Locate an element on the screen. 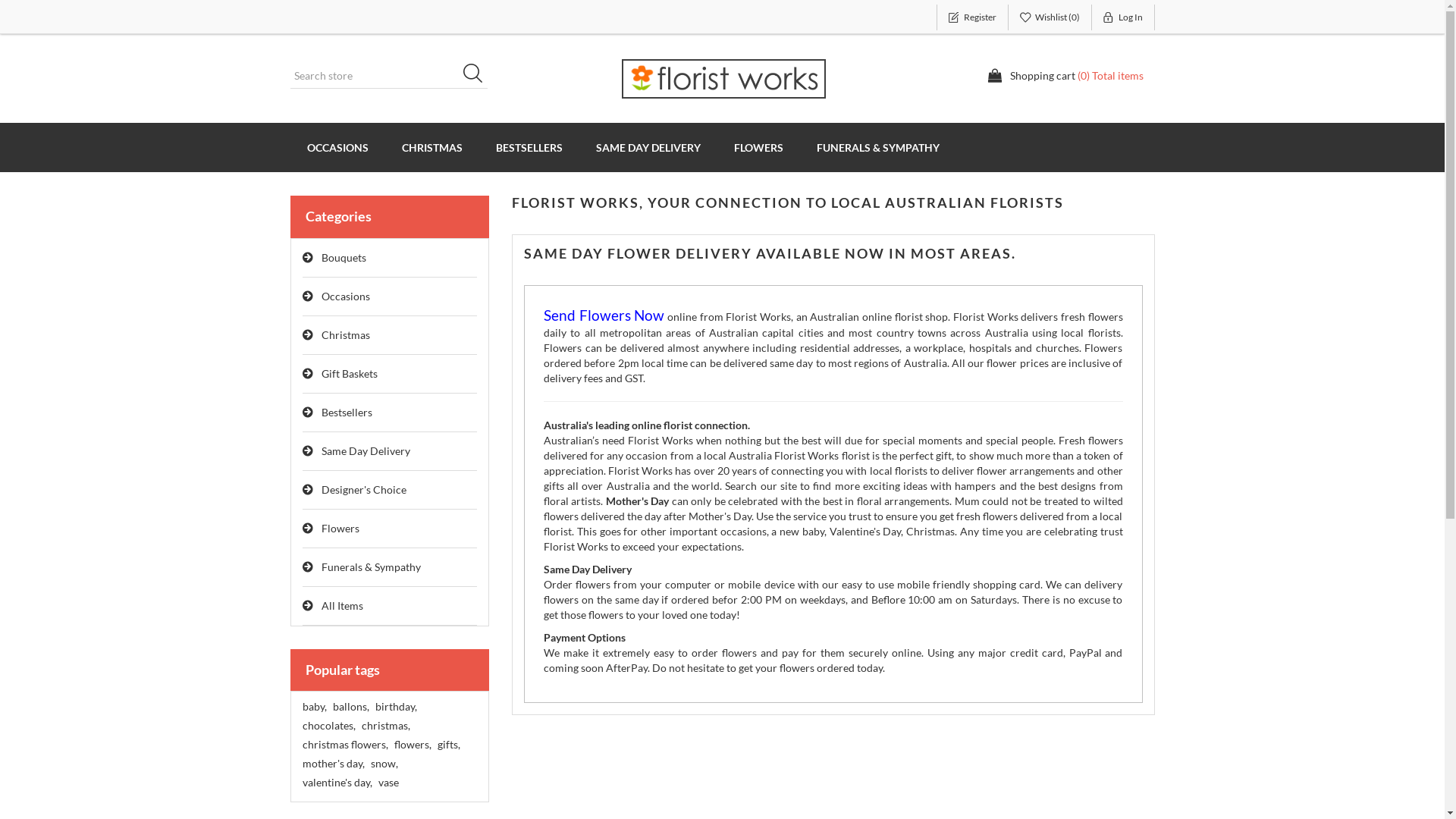 The width and height of the screenshot is (1456, 819). 'valentine's day,' is located at coordinates (336, 783).